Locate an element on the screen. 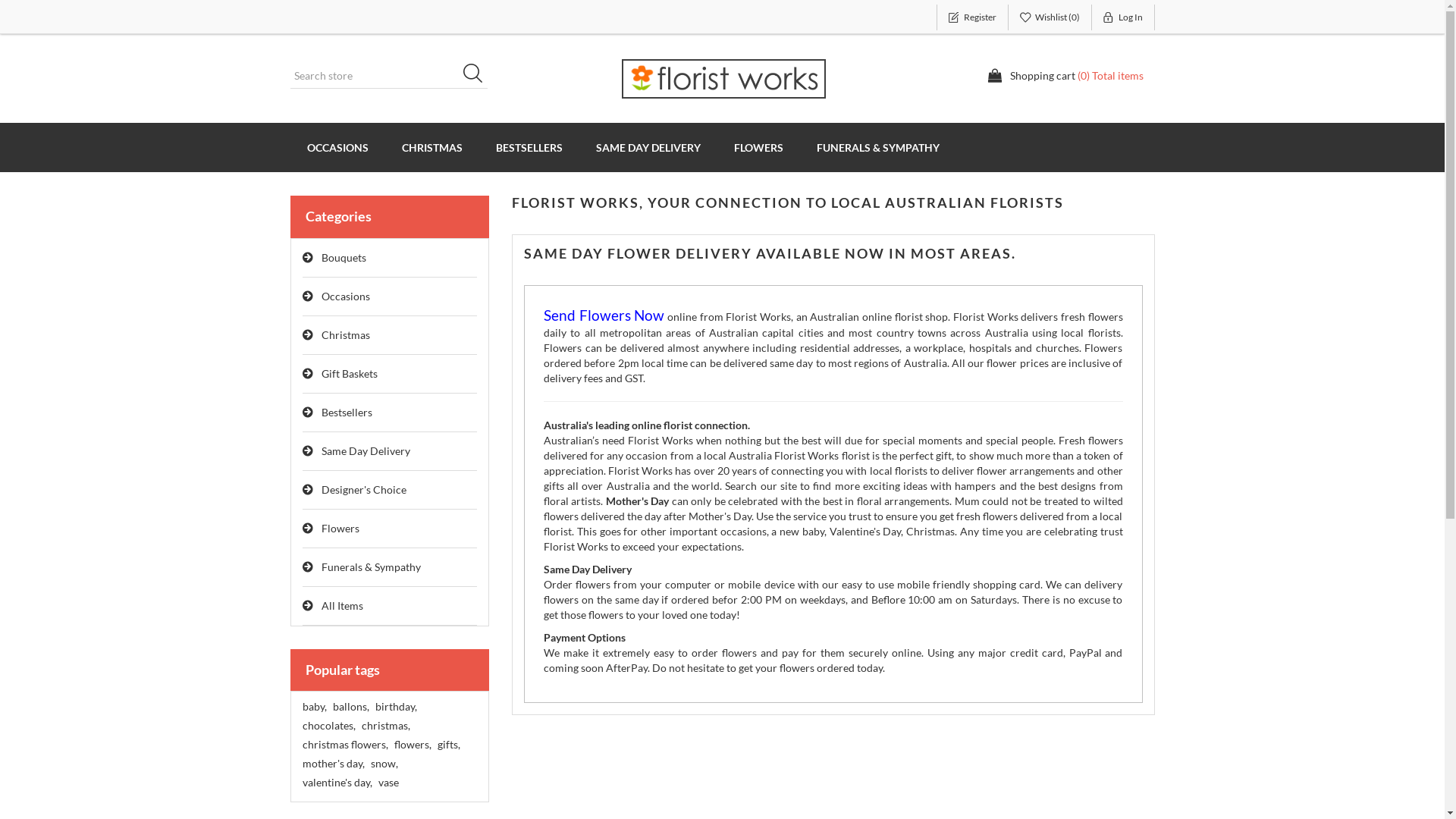 The width and height of the screenshot is (1456, 819). 'valentine's day,' is located at coordinates (336, 783).